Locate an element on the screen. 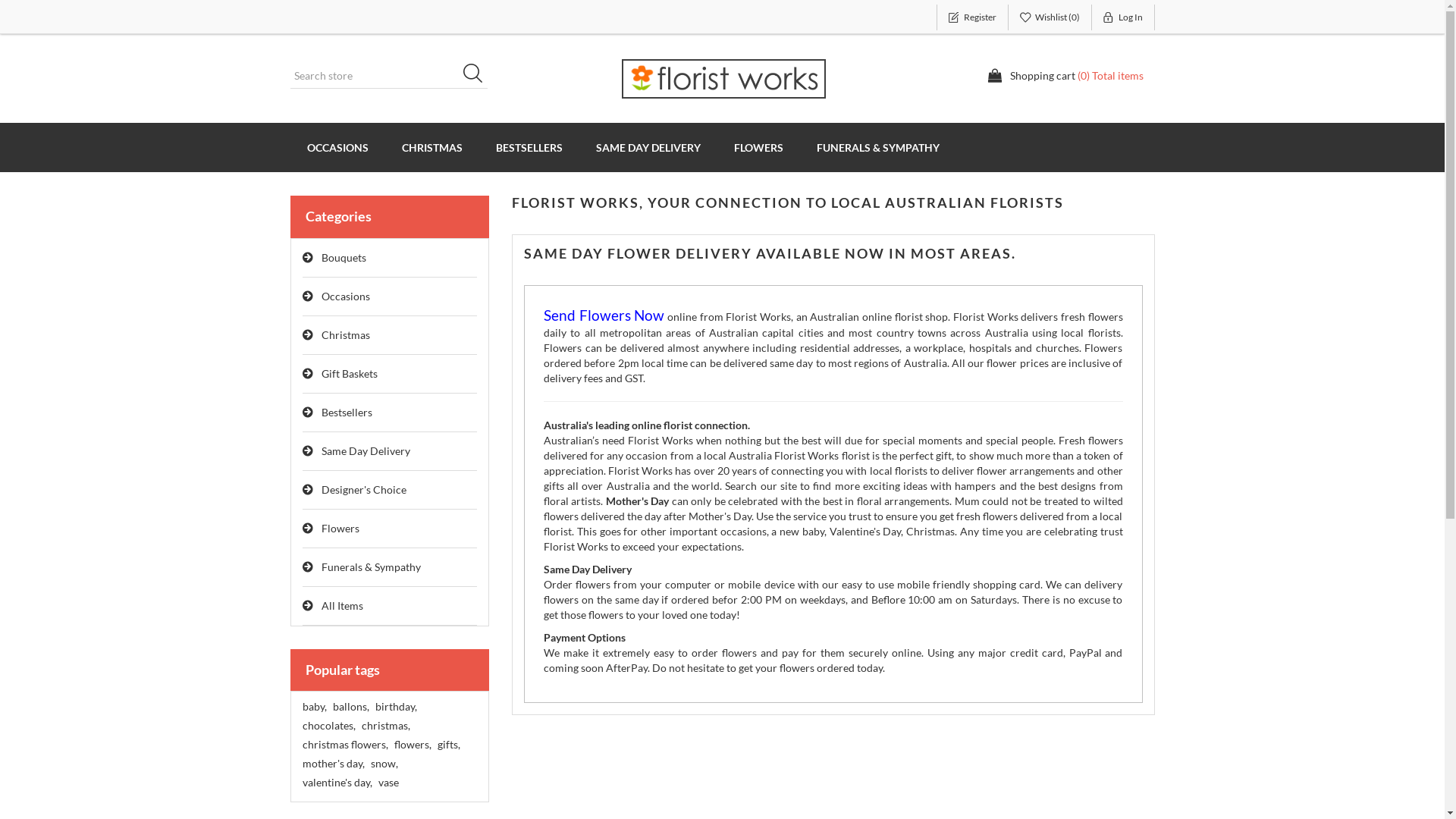 The width and height of the screenshot is (1456, 819). 'valentine's day,' is located at coordinates (336, 783).